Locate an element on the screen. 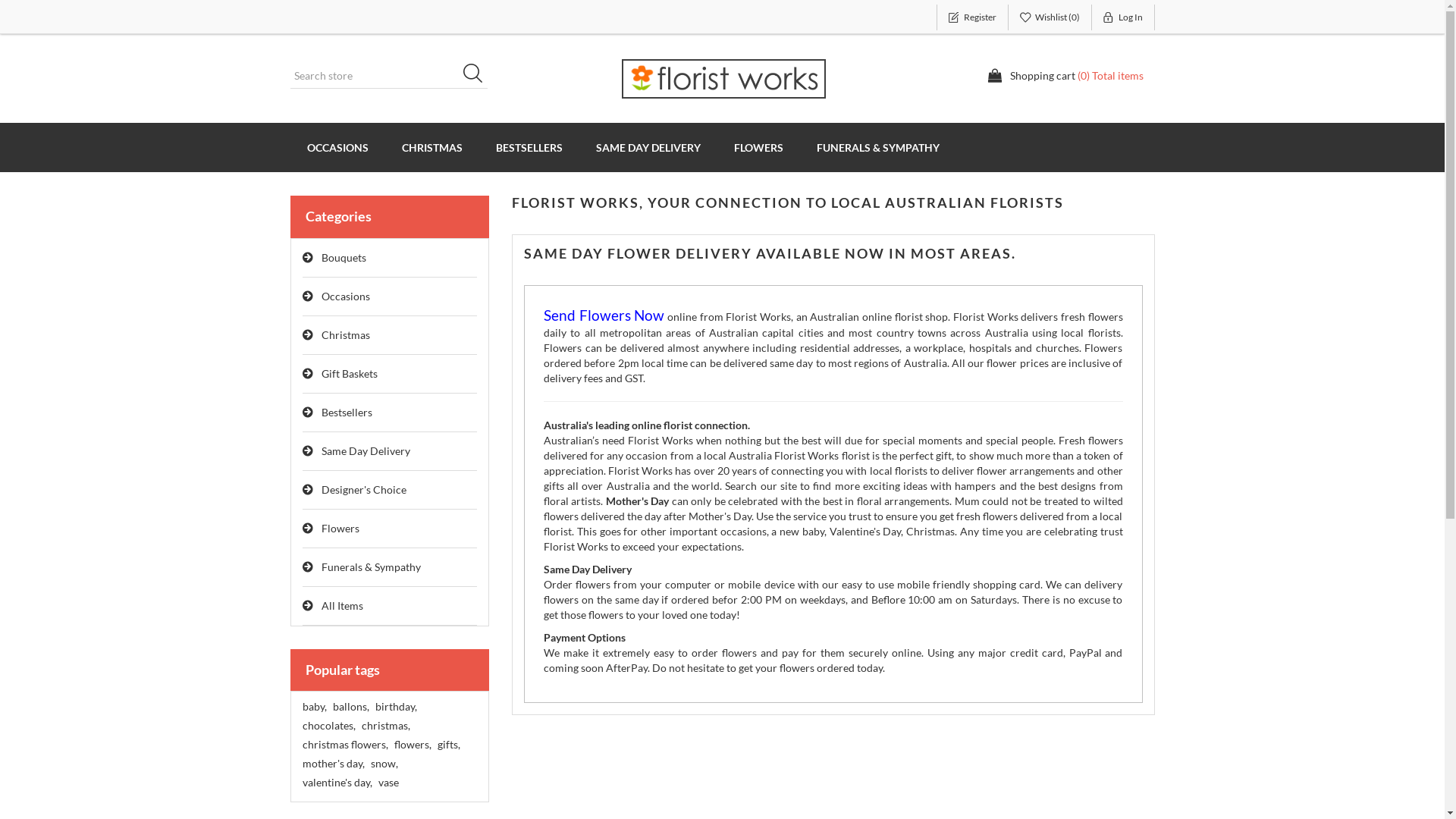 The width and height of the screenshot is (1456, 819). 'valentine's day,' is located at coordinates (336, 783).